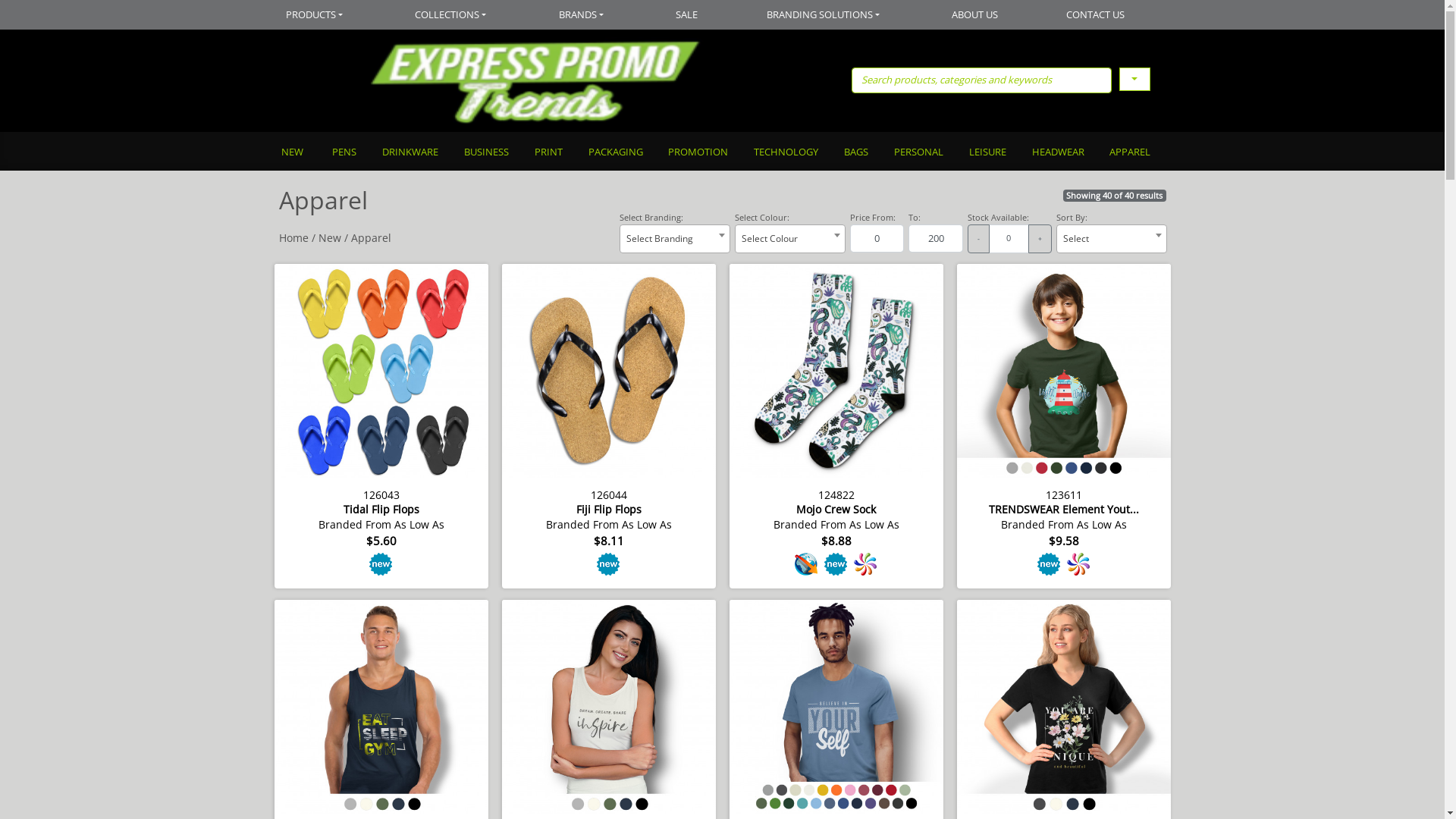  Describe the element at coordinates (329, 237) in the screenshot. I see `'New'` at that location.